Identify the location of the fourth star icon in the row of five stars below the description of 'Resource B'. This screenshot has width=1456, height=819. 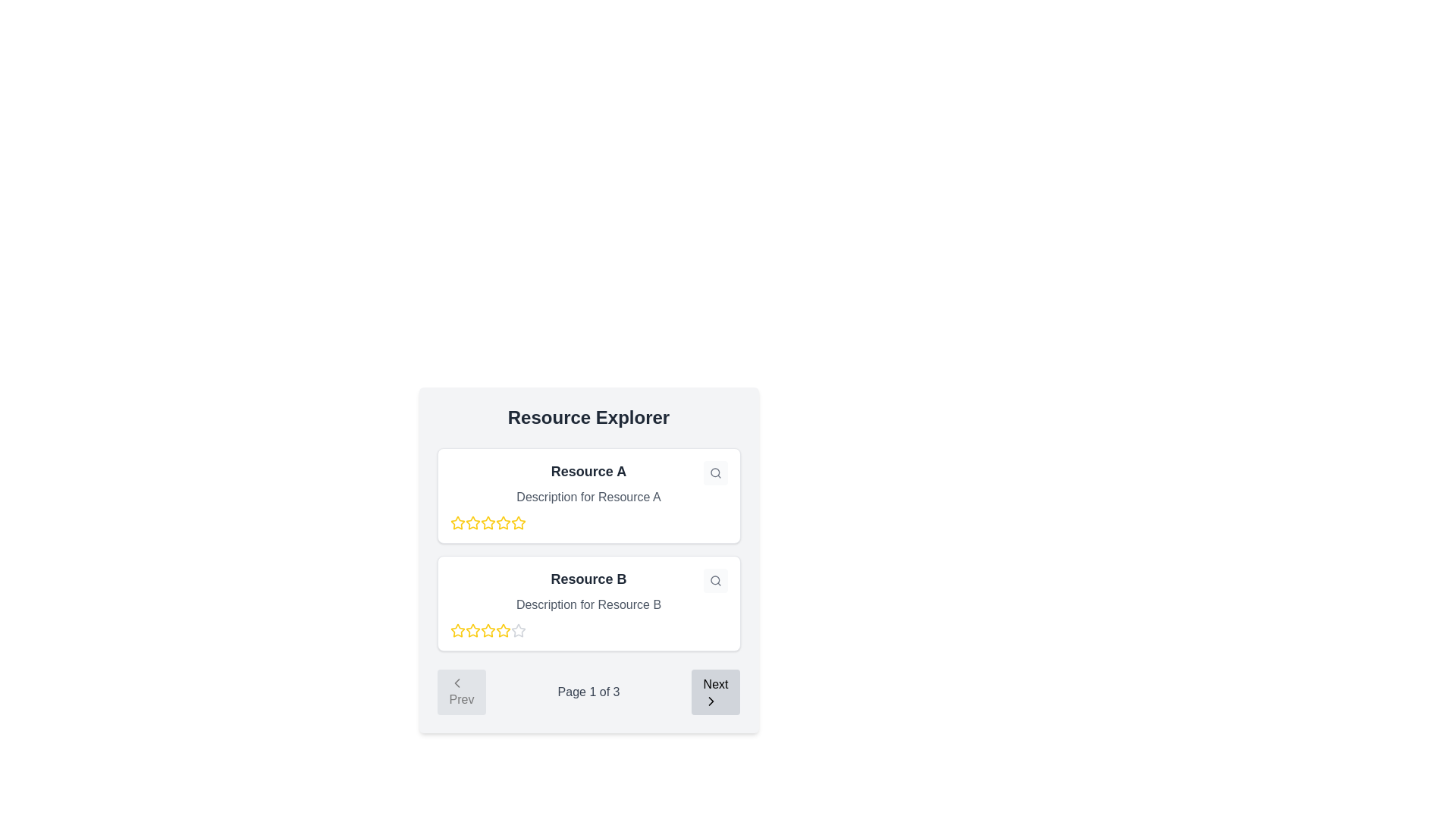
(518, 630).